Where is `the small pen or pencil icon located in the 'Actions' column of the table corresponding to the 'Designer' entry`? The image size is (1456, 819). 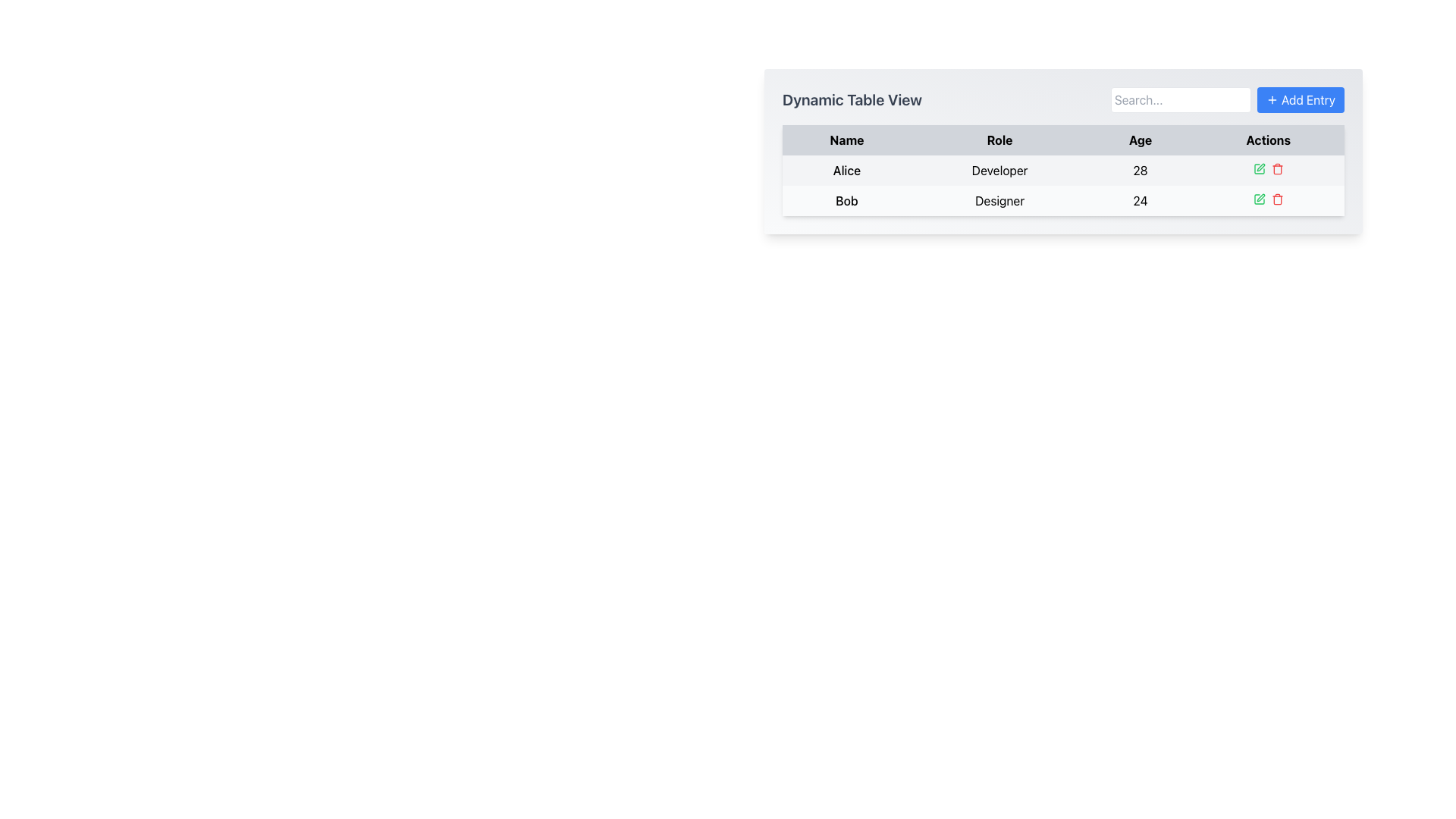 the small pen or pencil icon located in the 'Actions' column of the table corresponding to the 'Designer' entry is located at coordinates (1260, 167).